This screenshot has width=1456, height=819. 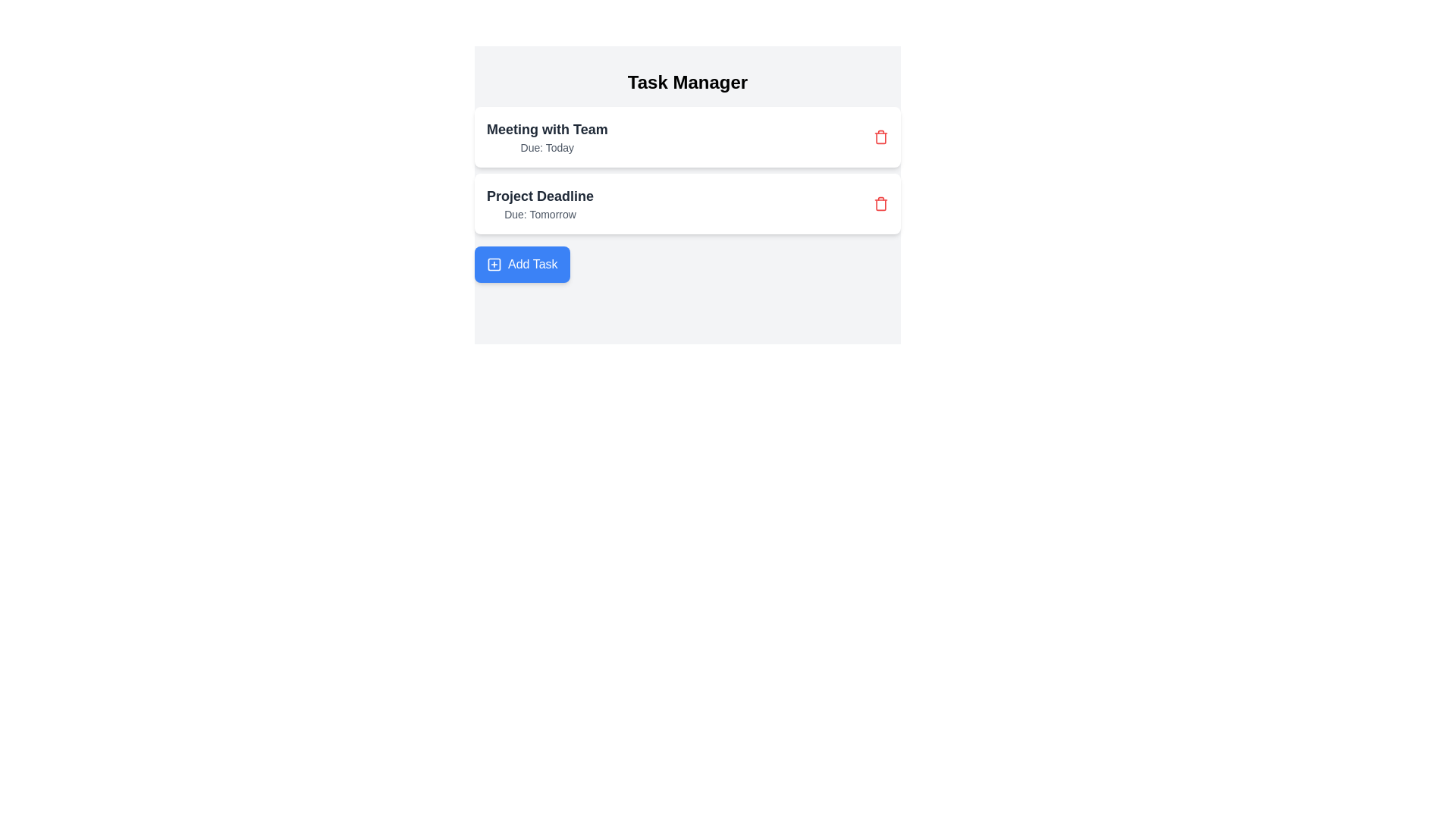 I want to click on the text label that reads 'Due: Today', which is styled in a small gray font and located below the heading 'Meeting with Team', so click(x=546, y=148).